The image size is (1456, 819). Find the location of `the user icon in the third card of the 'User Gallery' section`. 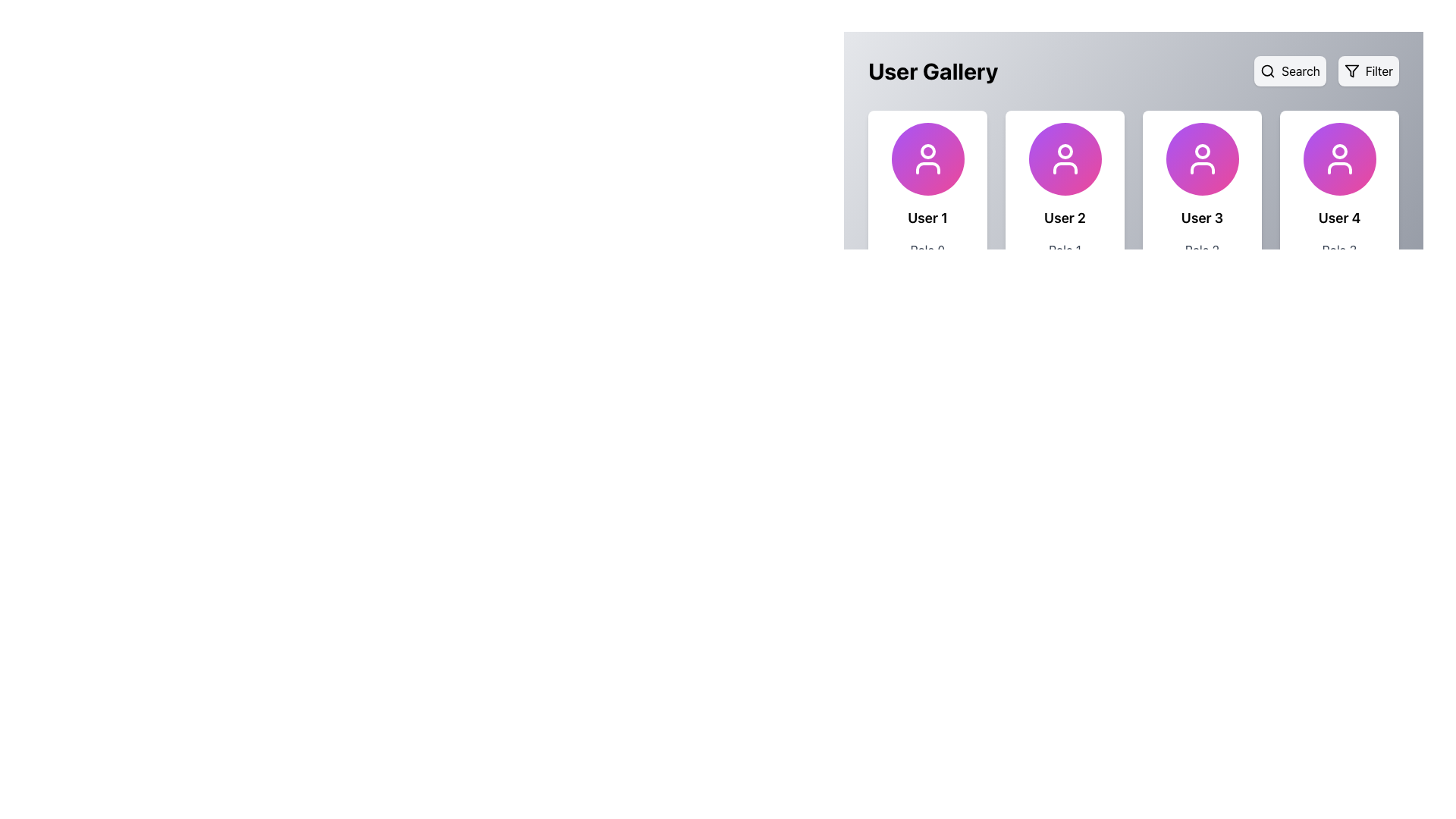

the user icon in the third card of the 'User Gallery' section is located at coordinates (1201, 158).